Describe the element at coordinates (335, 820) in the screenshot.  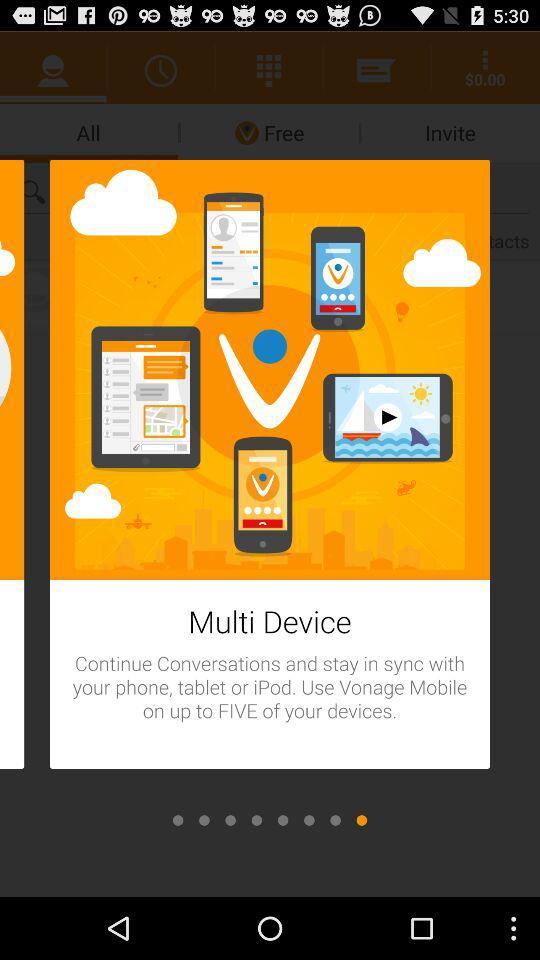
I see `previous` at that location.